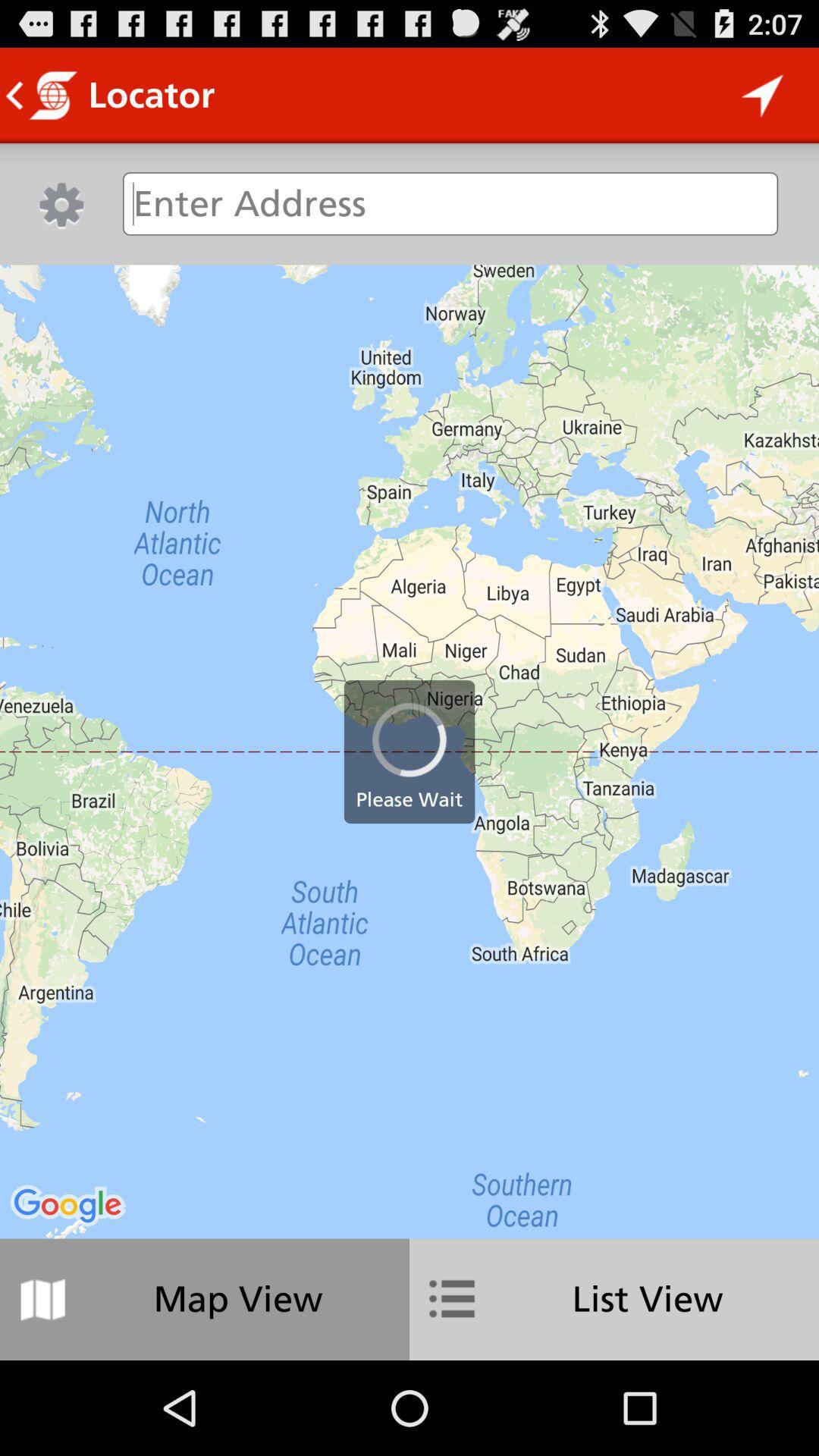 The width and height of the screenshot is (819, 1456). Describe the element at coordinates (614, 1298) in the screenshot. I see `item next to the map view` at that location.